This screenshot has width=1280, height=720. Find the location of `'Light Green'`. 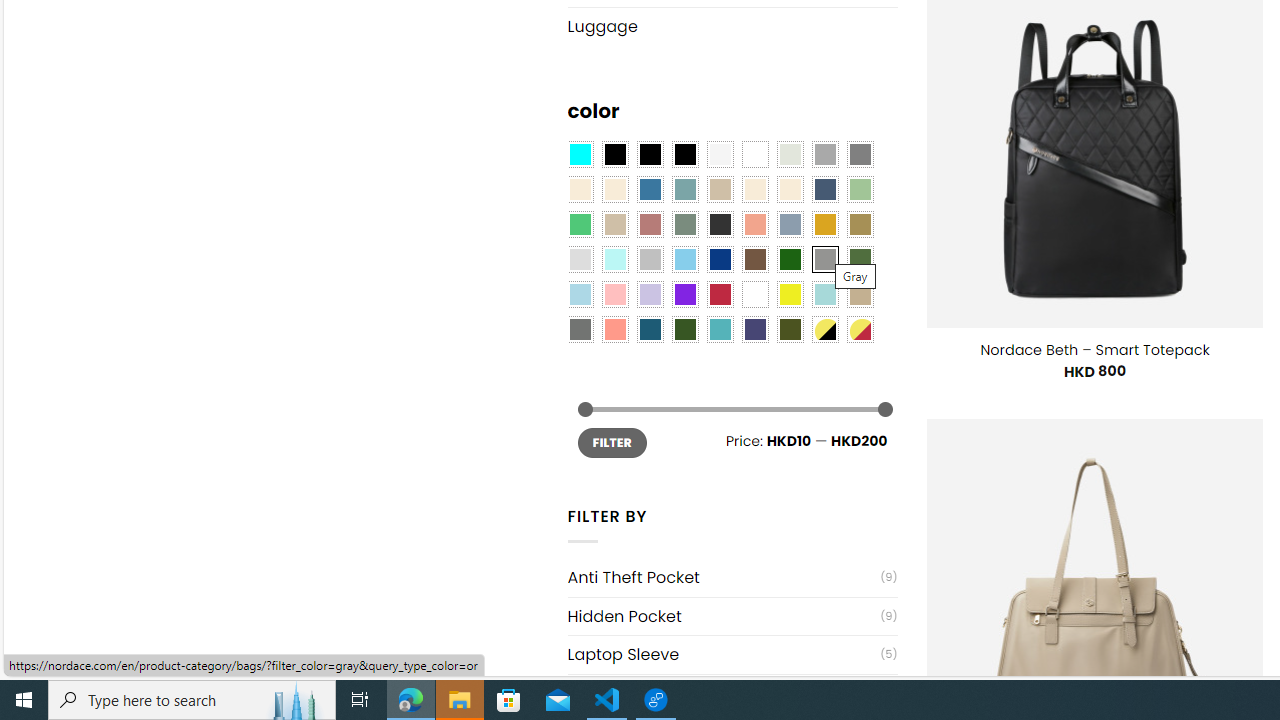

'Light Green' is located at coordinates (860, 190).